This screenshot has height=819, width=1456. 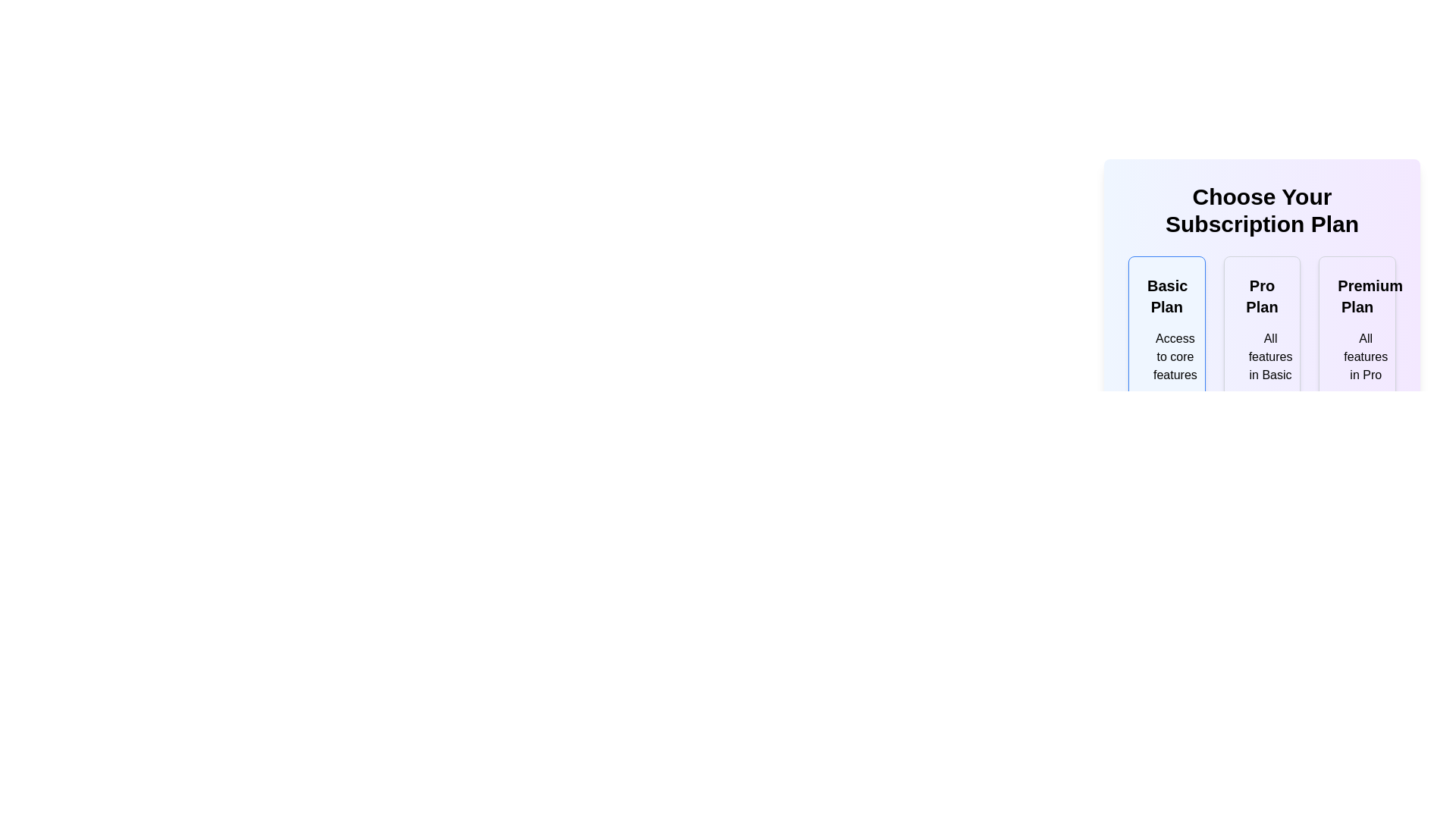 What do you see at coordinates (1357, 296) in the screenshot?
I see `the Text Label that serves as the header for the Premium Plan, located at the top of the rightmost card in a three-card layout` at bounding box center [1357, 296].